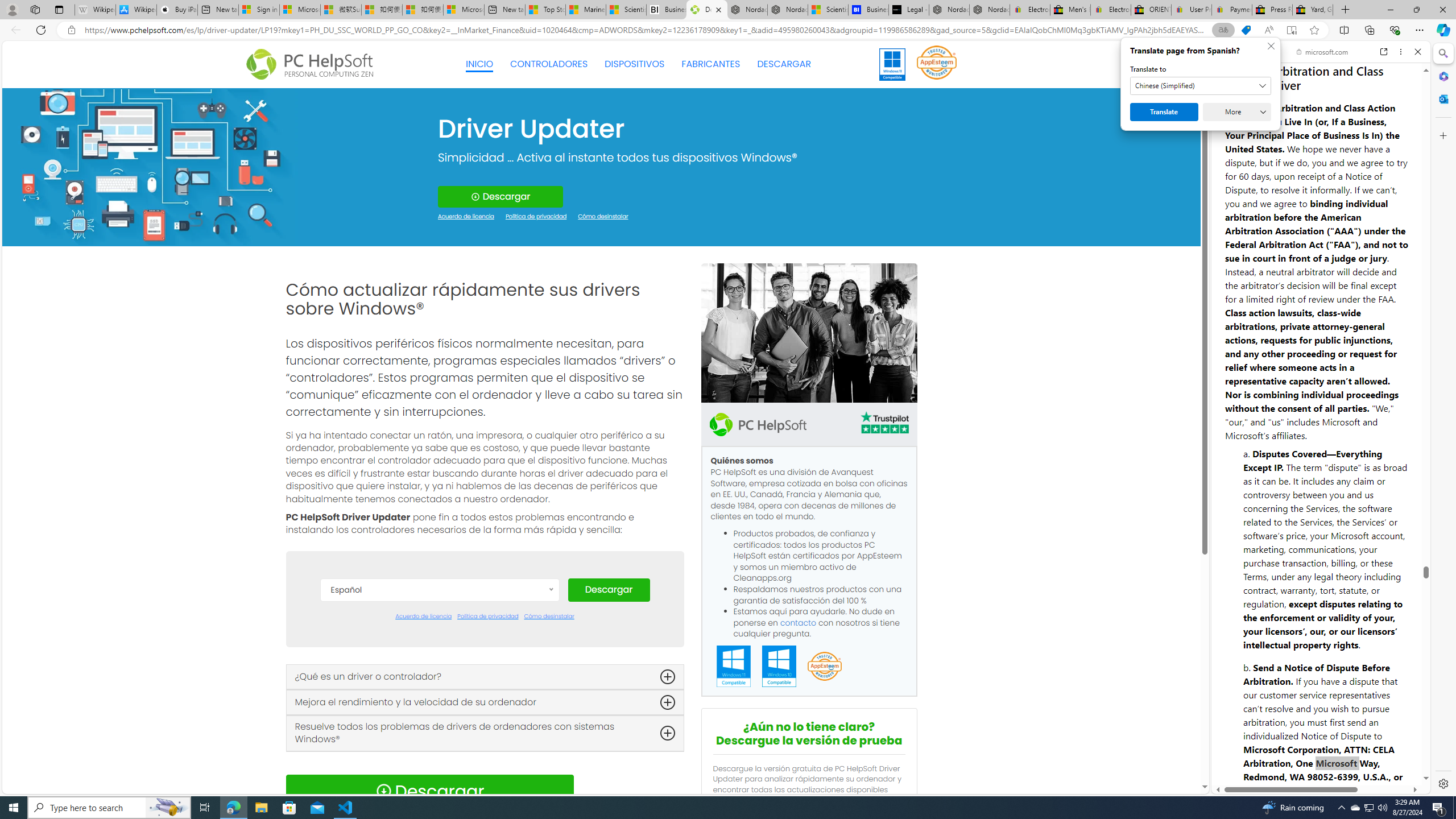 Image resolution: width=1456 pixels, height=819 pixels. Describe the element at coordinates (1164, 111) in the screenshot. I see `'Translate'` at that location.